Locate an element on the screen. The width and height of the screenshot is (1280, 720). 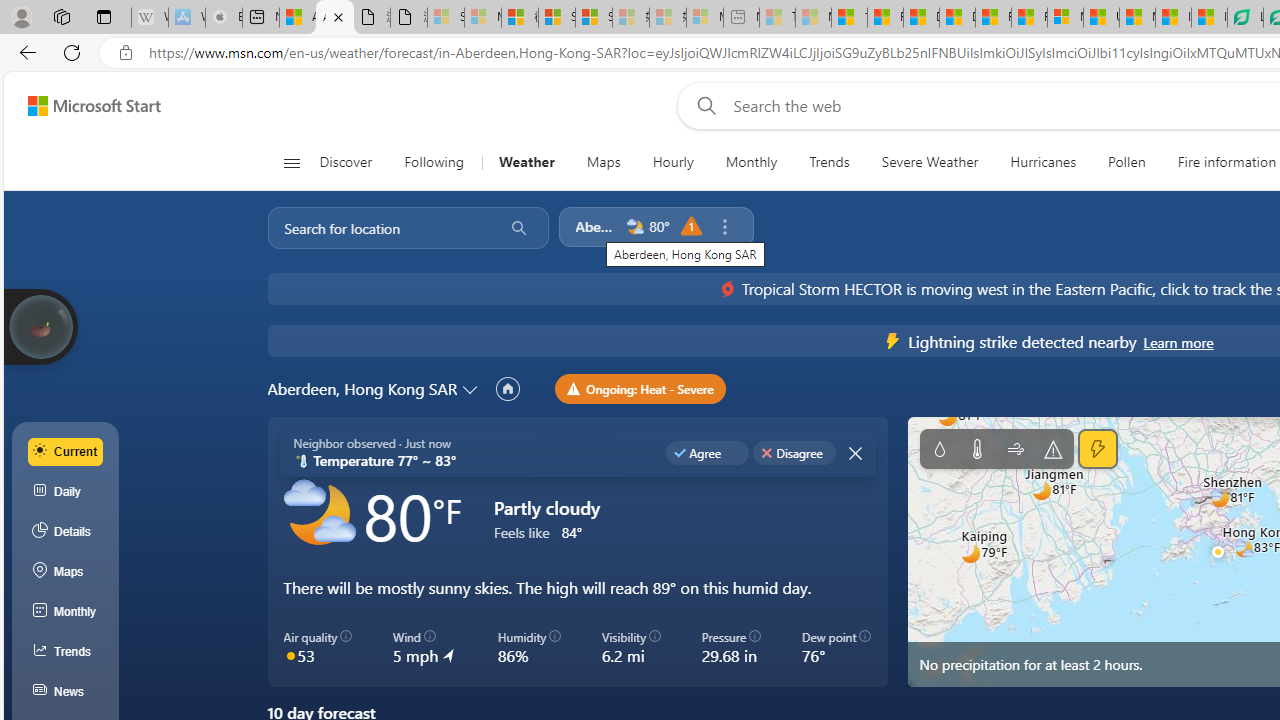
'Air quality 53' is located at coordinates (317, 648).